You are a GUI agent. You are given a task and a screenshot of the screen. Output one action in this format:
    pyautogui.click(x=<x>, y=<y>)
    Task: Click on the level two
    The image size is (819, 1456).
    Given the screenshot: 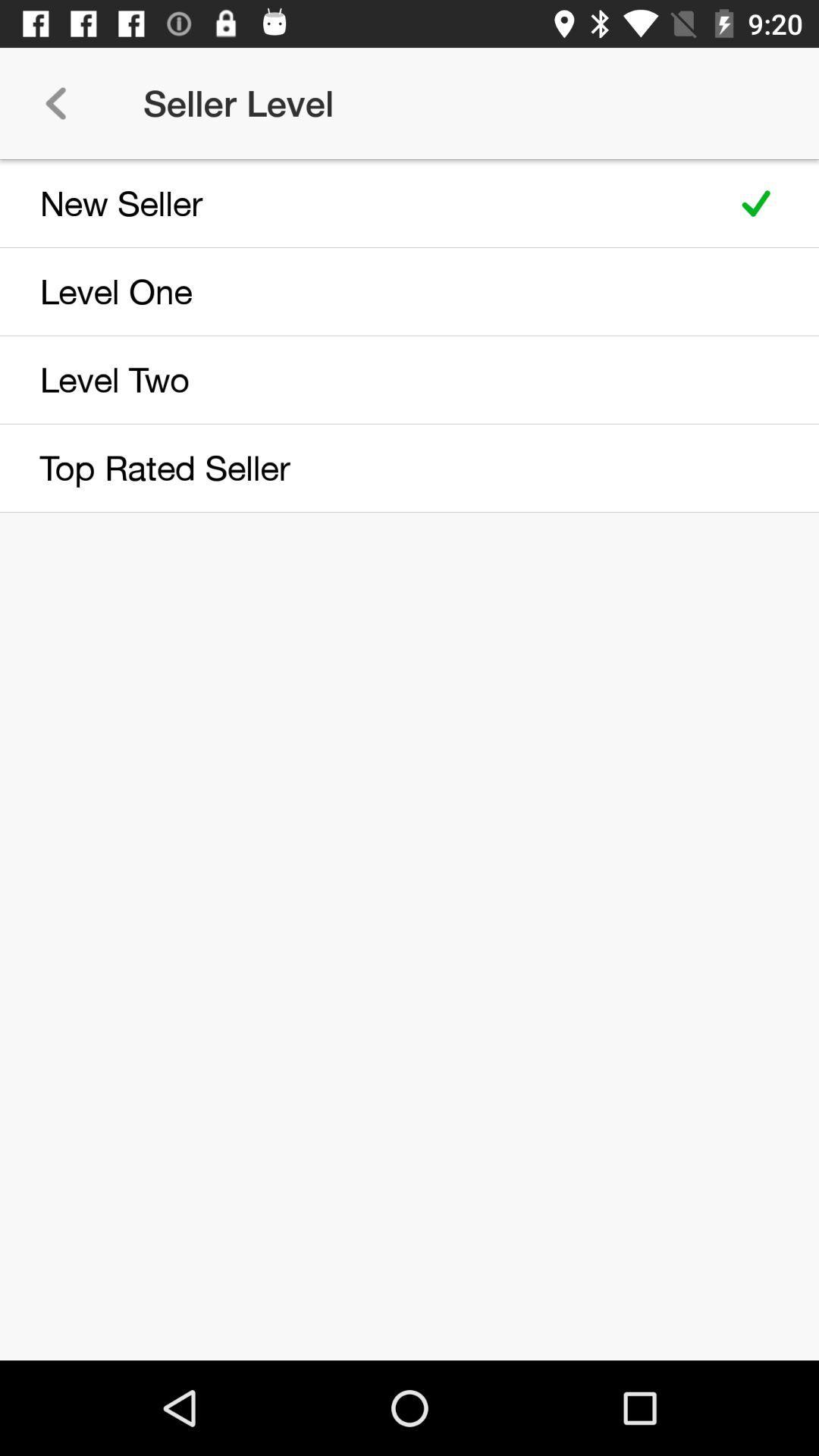 What is the action you would take?
    pyautogui.click(x=358, y=379)
    